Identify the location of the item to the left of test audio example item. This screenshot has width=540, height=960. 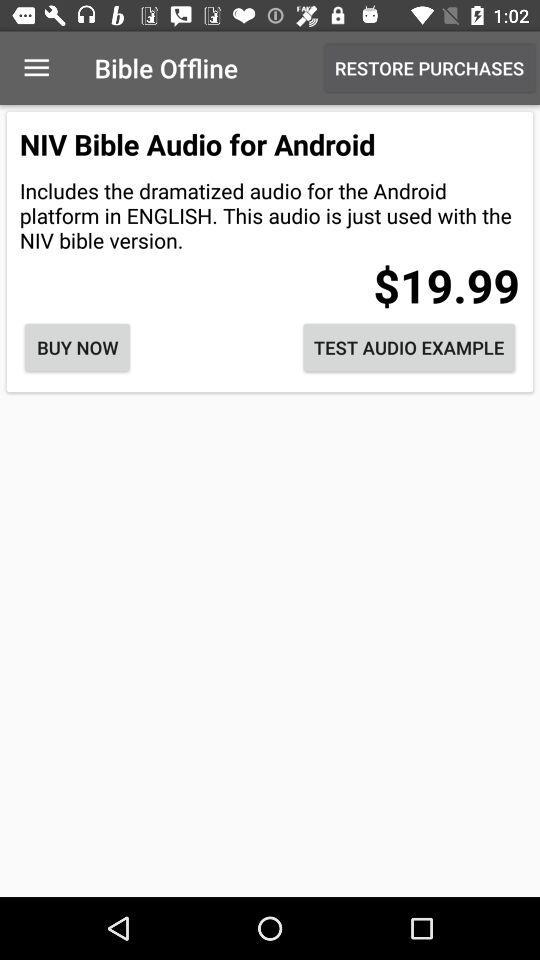
(76, 347).